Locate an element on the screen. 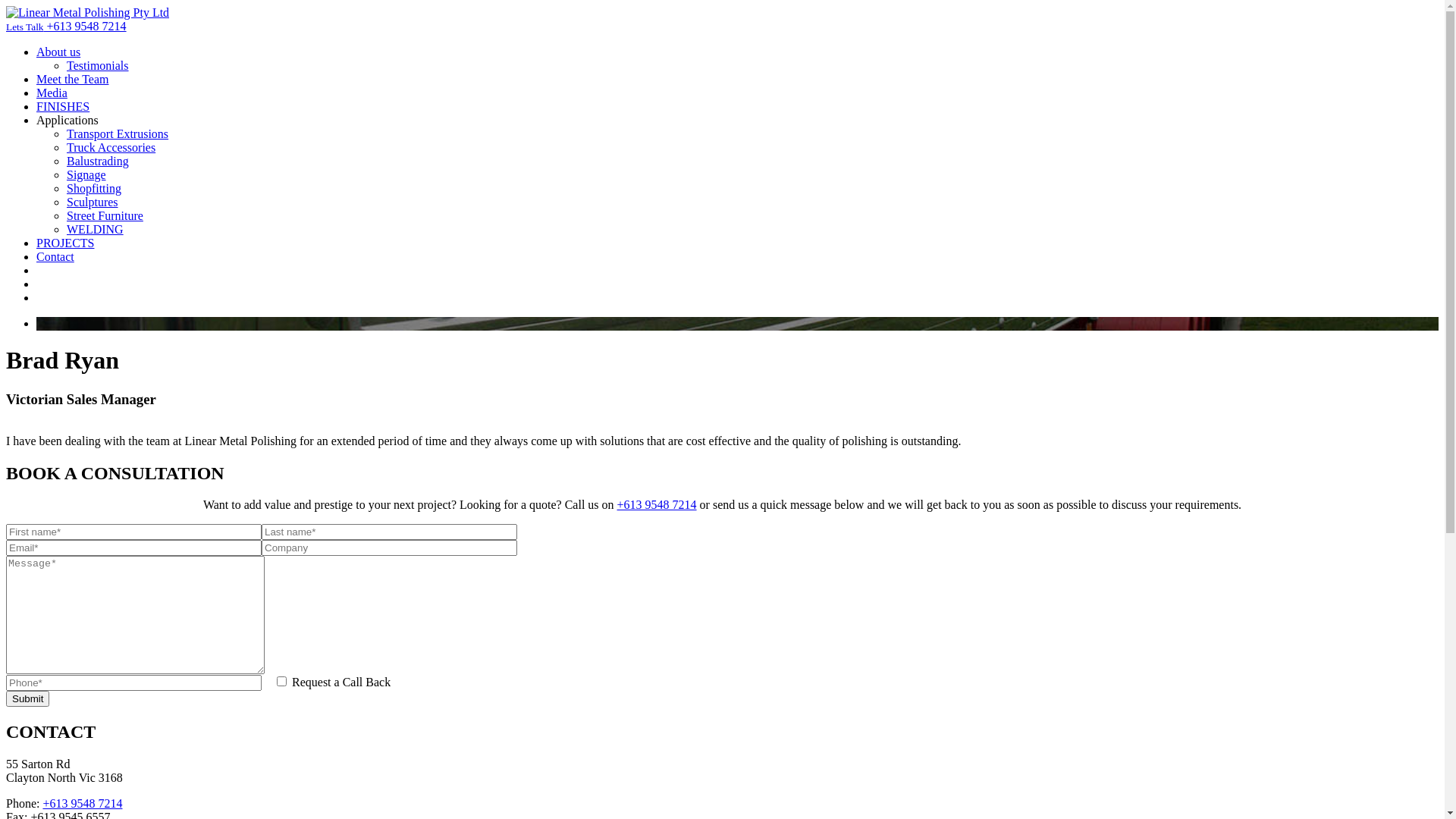  '+613 9548 7214' is located at coordinates (657, 504).